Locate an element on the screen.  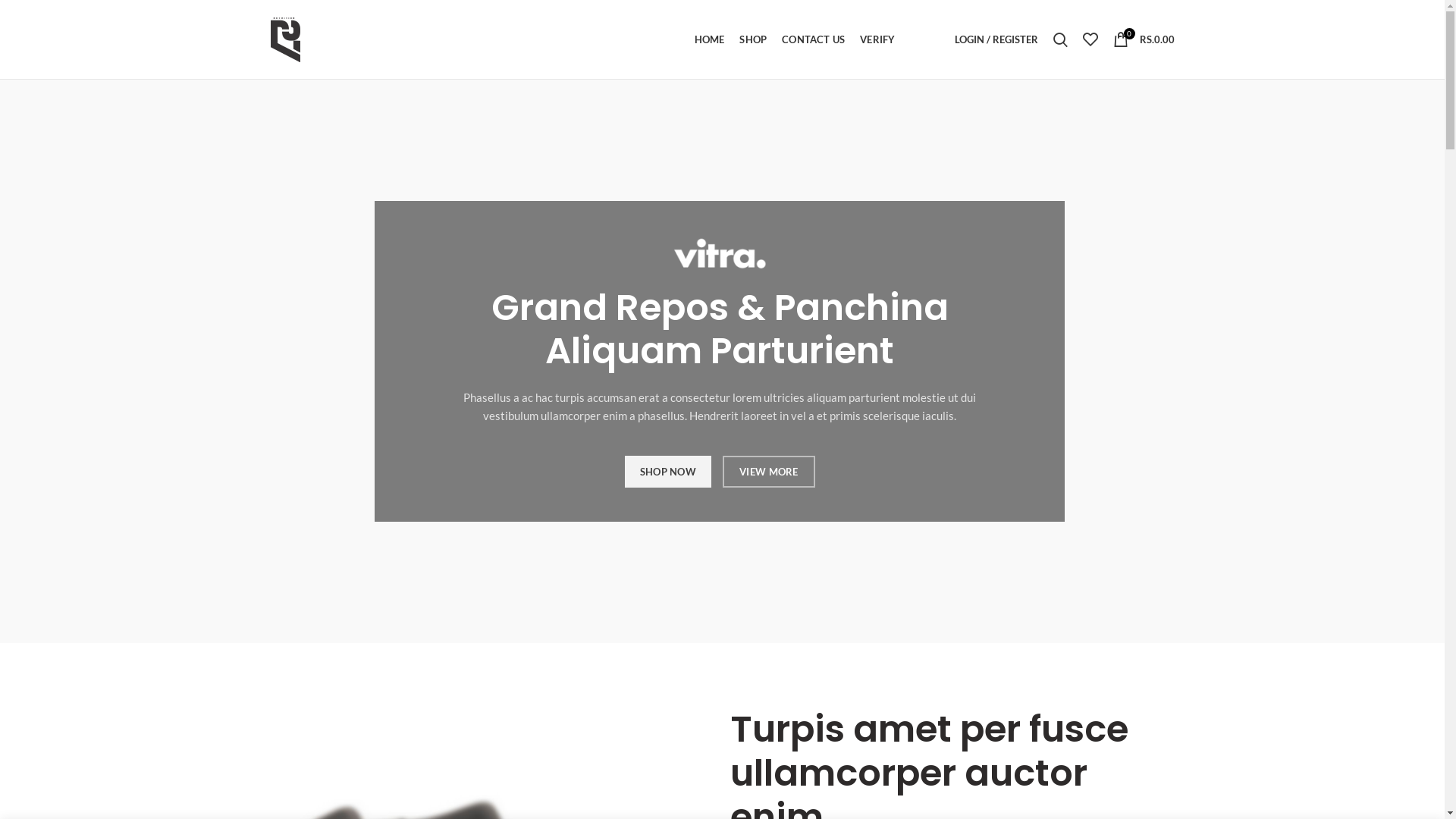
'HOME' is located at coordinates (709, 38).